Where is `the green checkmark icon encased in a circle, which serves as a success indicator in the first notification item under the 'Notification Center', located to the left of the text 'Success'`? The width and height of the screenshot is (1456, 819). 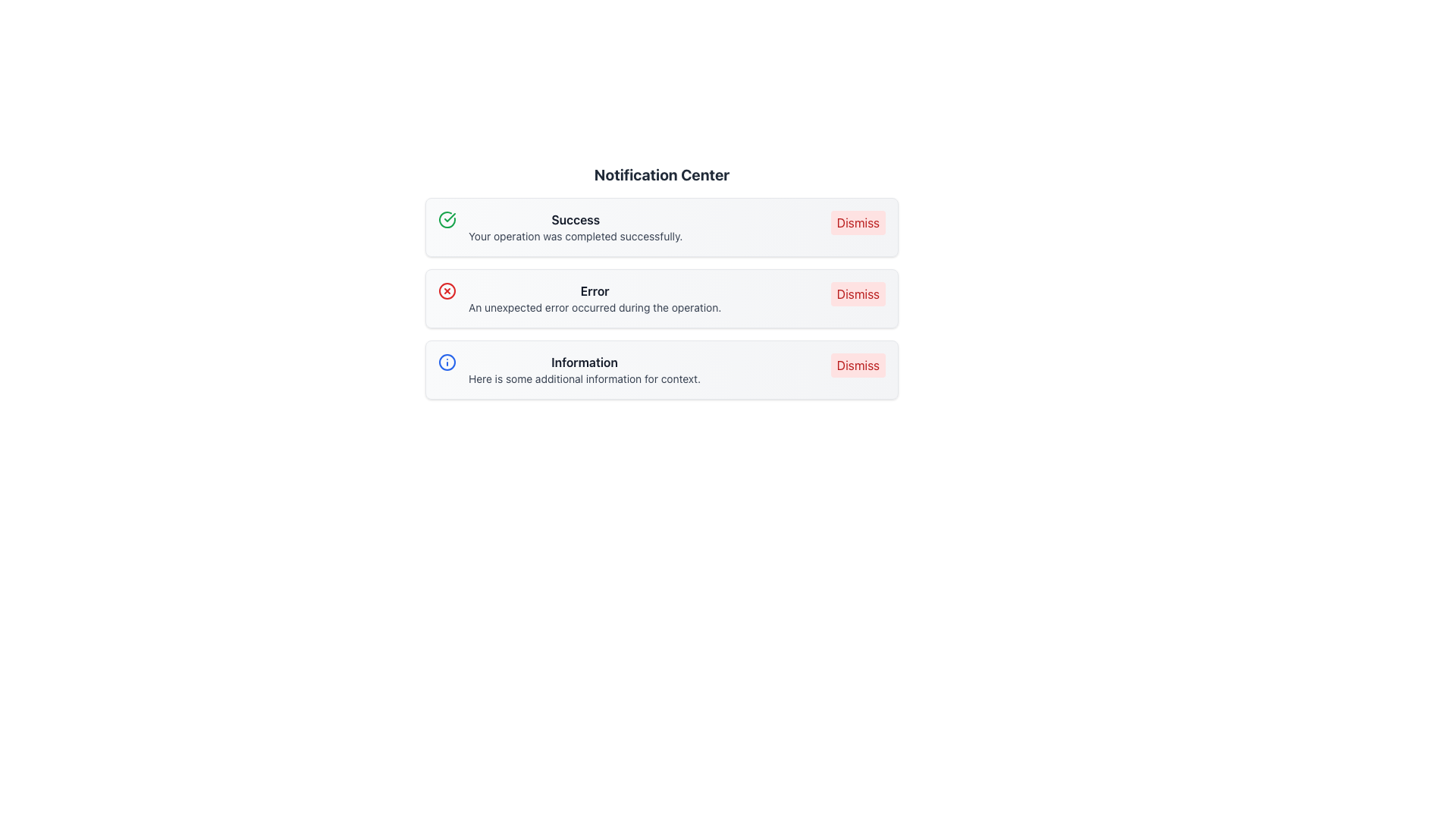
the green checkmark icon encased in a circle, which serves as a success indicator in the first notification item under the 'Notification Center', located to the left of the text 'Success' is located at coordinates (447, 219).